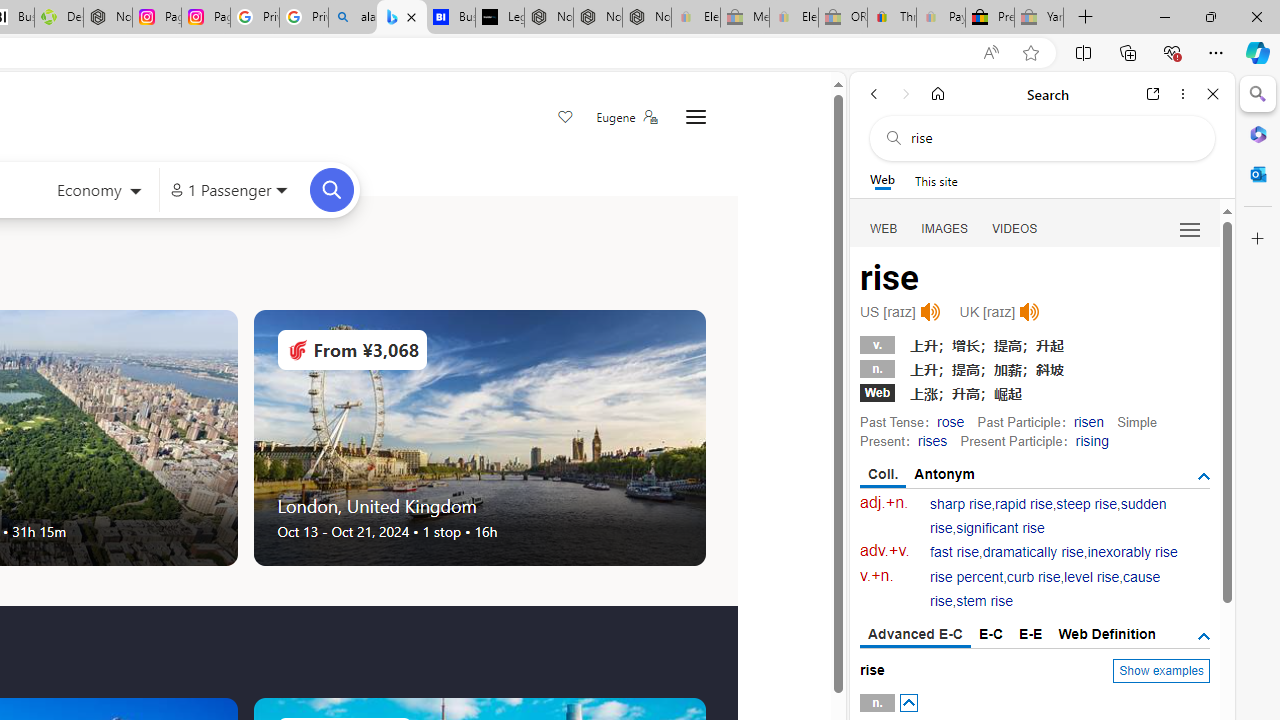  I want to click on 'dramatically rise', so click(1032, 552).